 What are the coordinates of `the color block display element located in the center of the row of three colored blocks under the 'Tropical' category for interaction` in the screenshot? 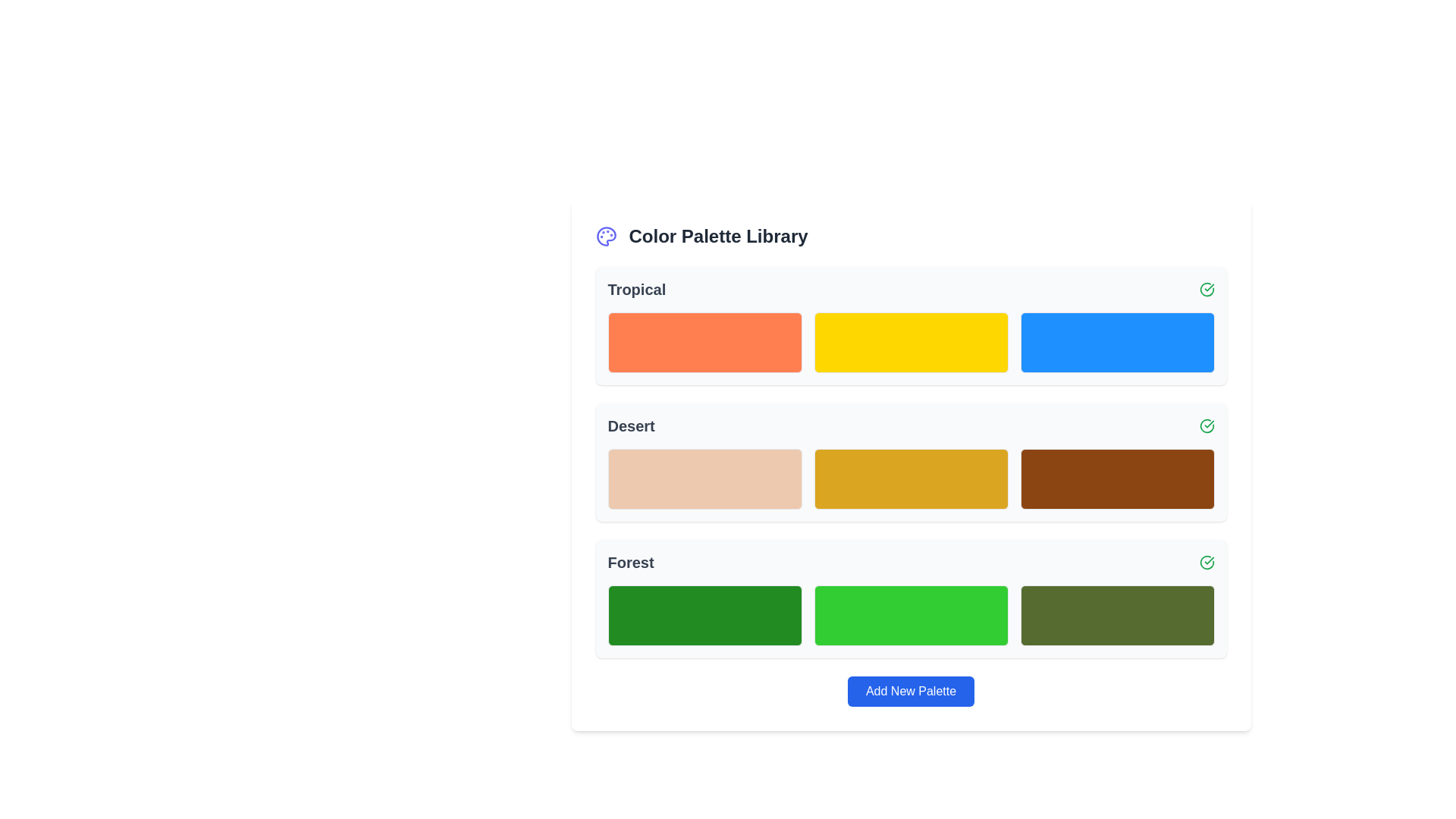 It's located at (910, 342).